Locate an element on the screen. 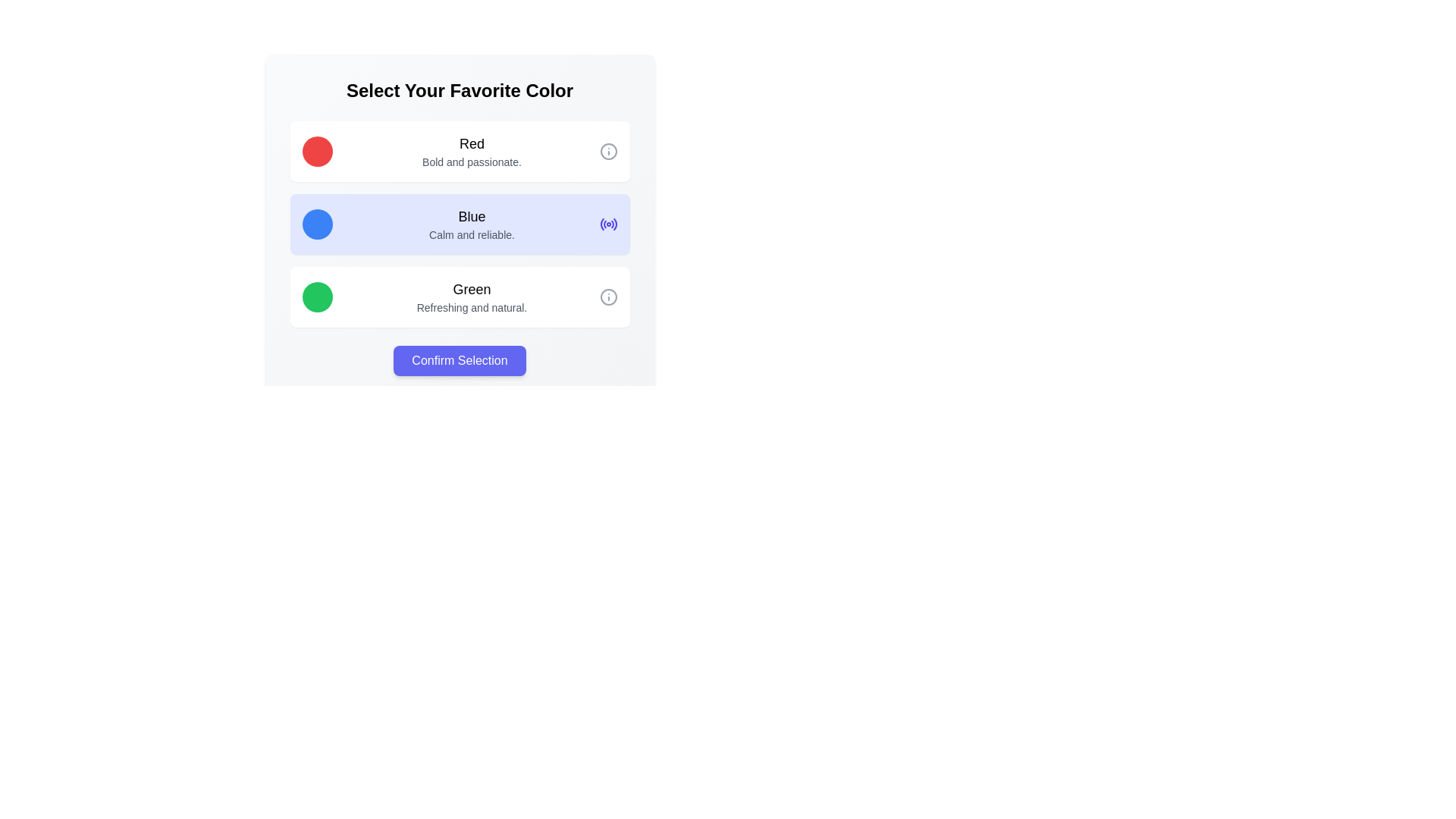 This screenshot has height=819, width=1456. the small circular icon representing 'info' or 'details' located to the far right of the row containing the label 'Red' and the text 'Bold and passionate' is located at coordinates (608, 152).